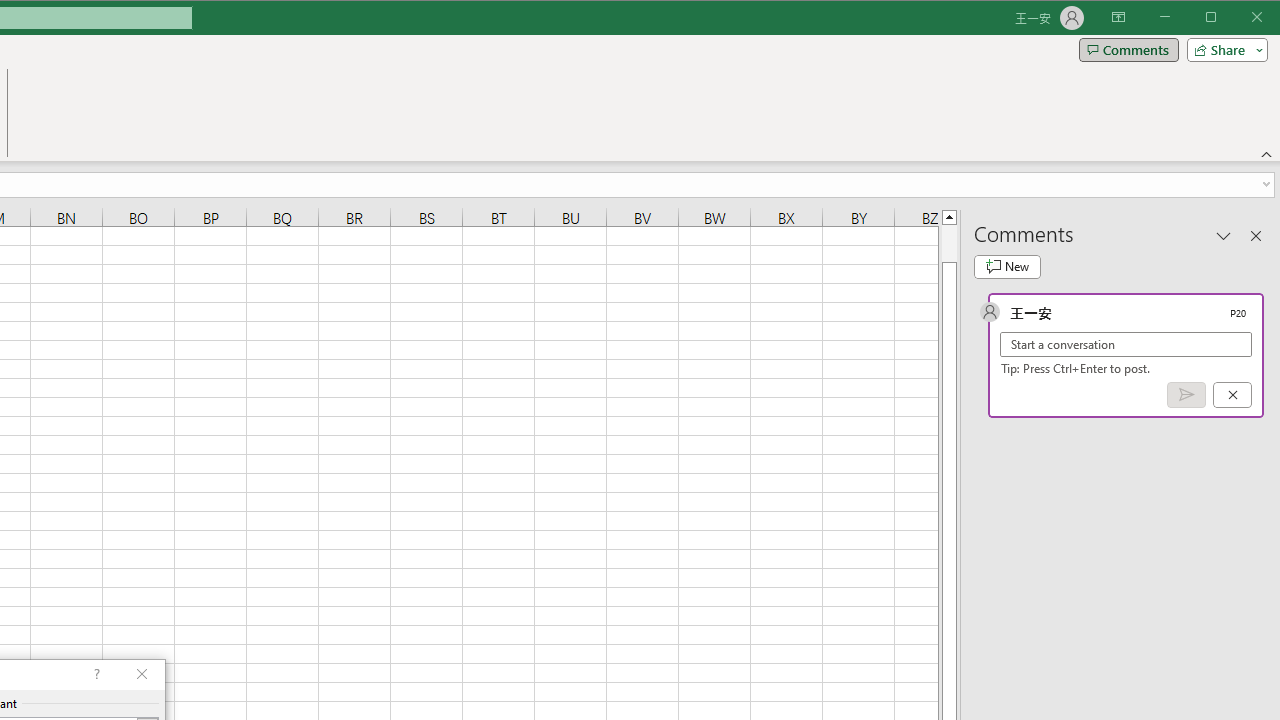 The width and height of the screenshot is (1280, 720). I want to click on 'Task Pane Options', so click(1223, 234).